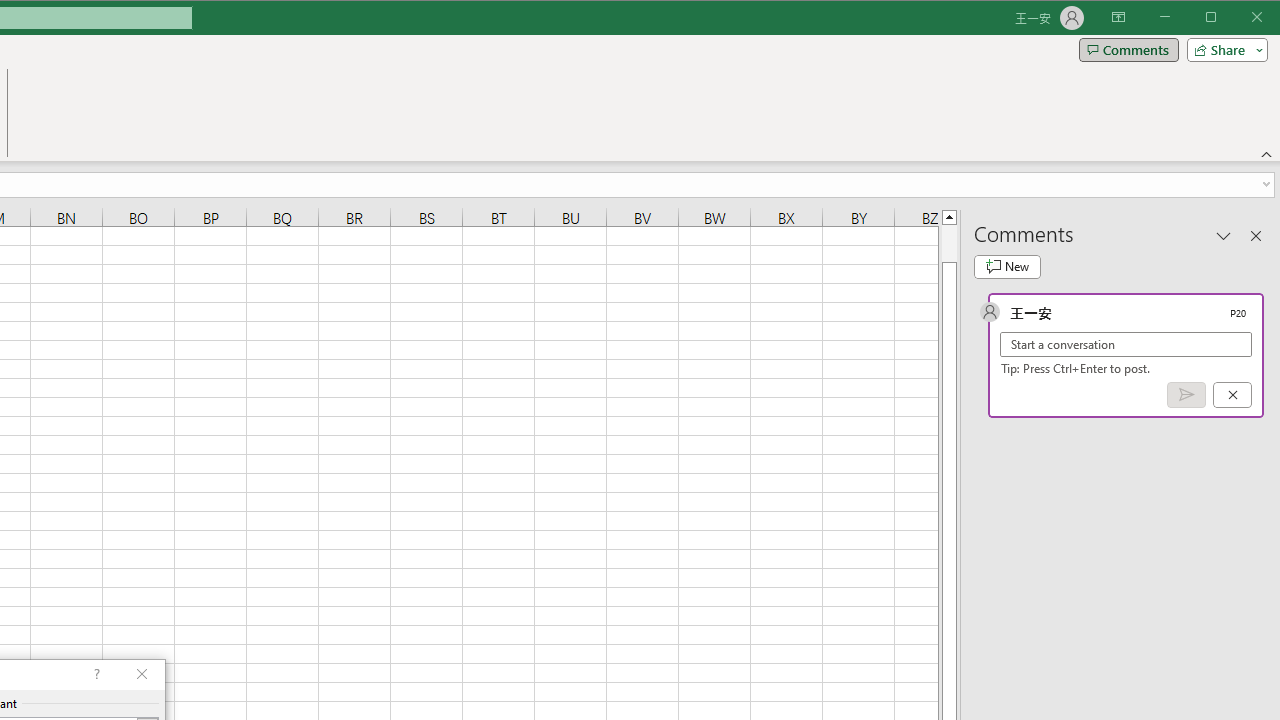 The width and height of the screenshot is (1280, 720). I want to click on 'Task Pane Options', so click(1223, 234).